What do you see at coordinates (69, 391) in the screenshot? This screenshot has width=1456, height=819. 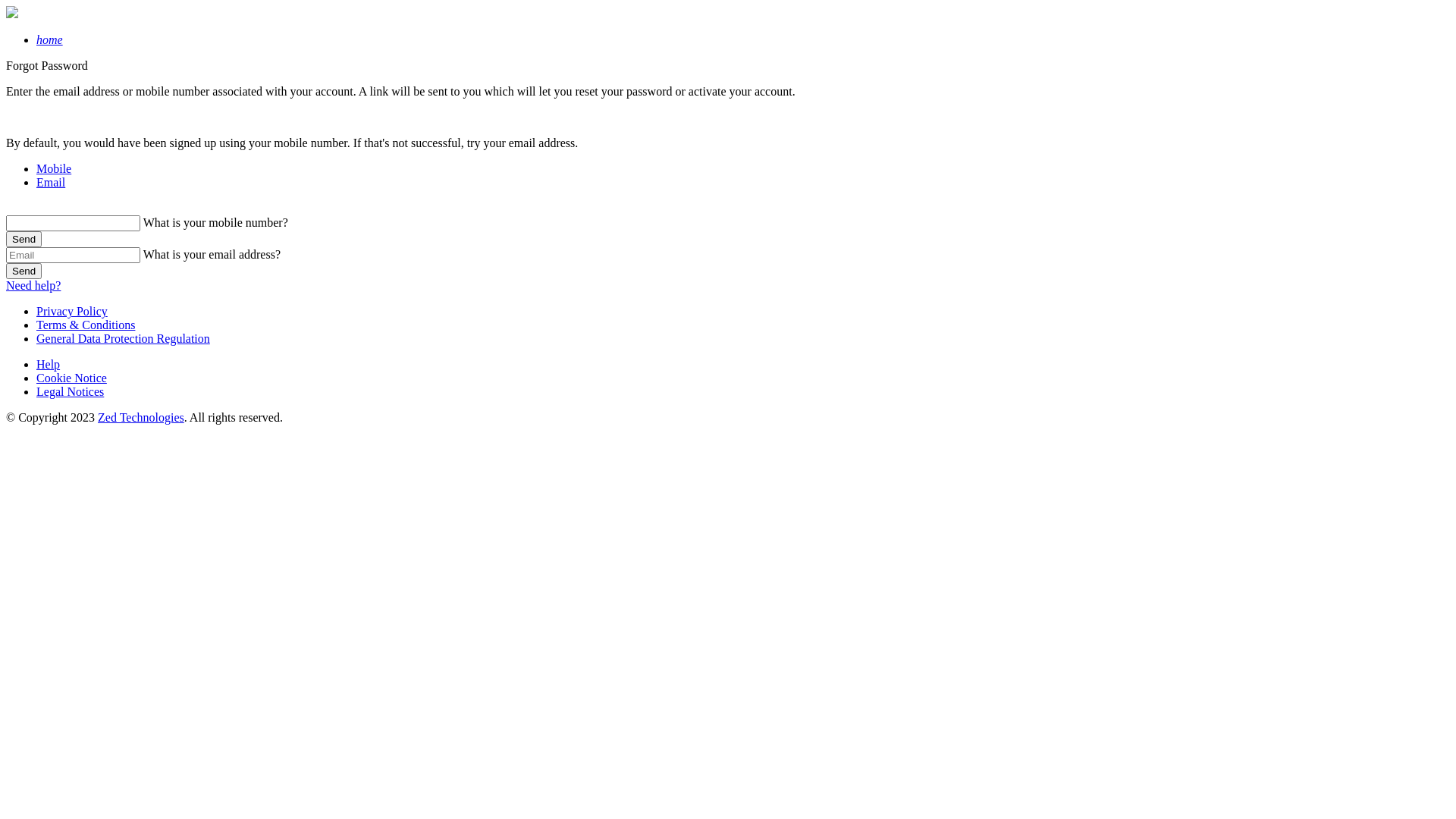 I see `'Legal Notices'` at bounding box center [69, 391].